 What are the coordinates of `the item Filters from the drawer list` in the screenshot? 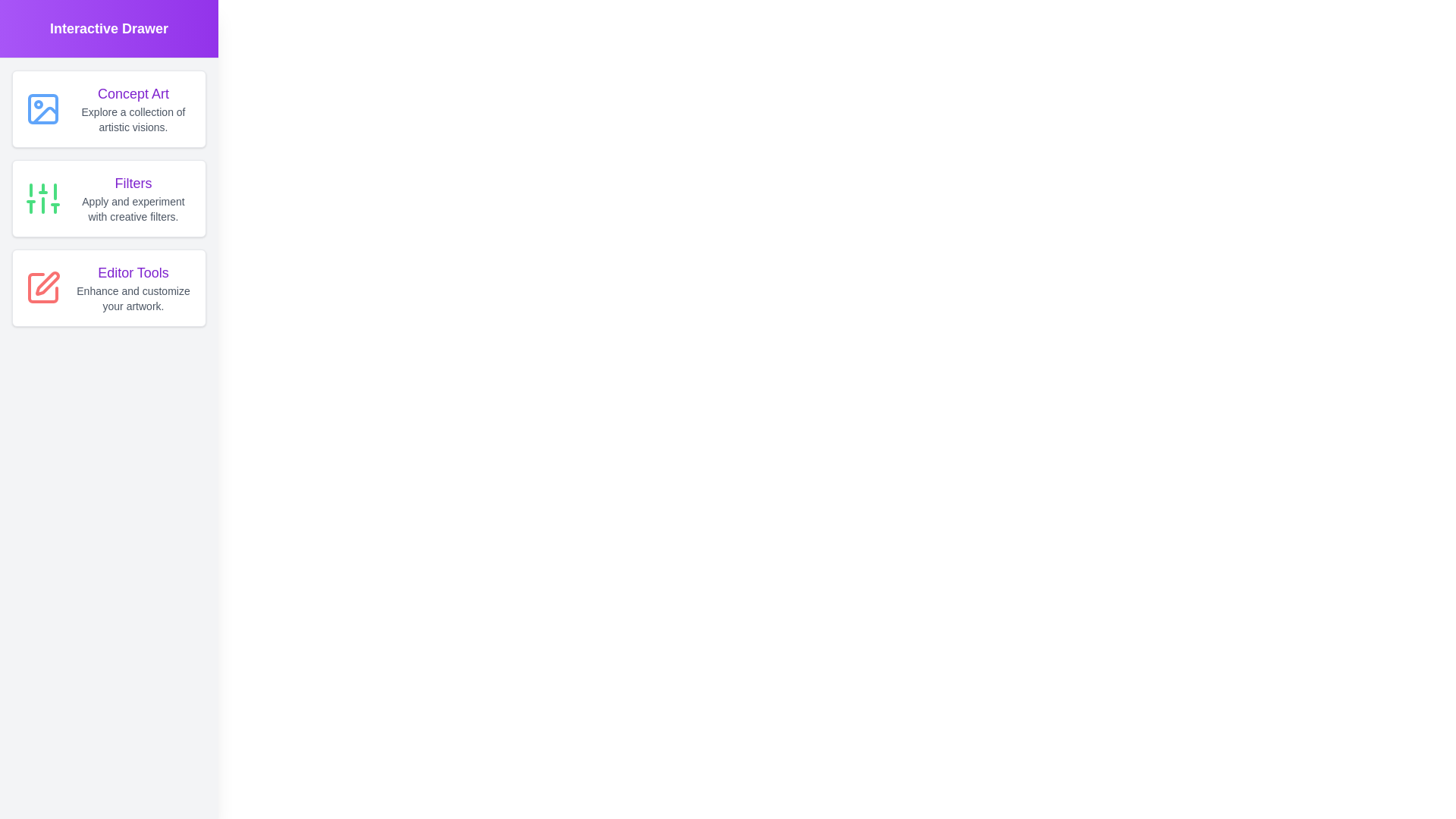 It's located at (108, 198).